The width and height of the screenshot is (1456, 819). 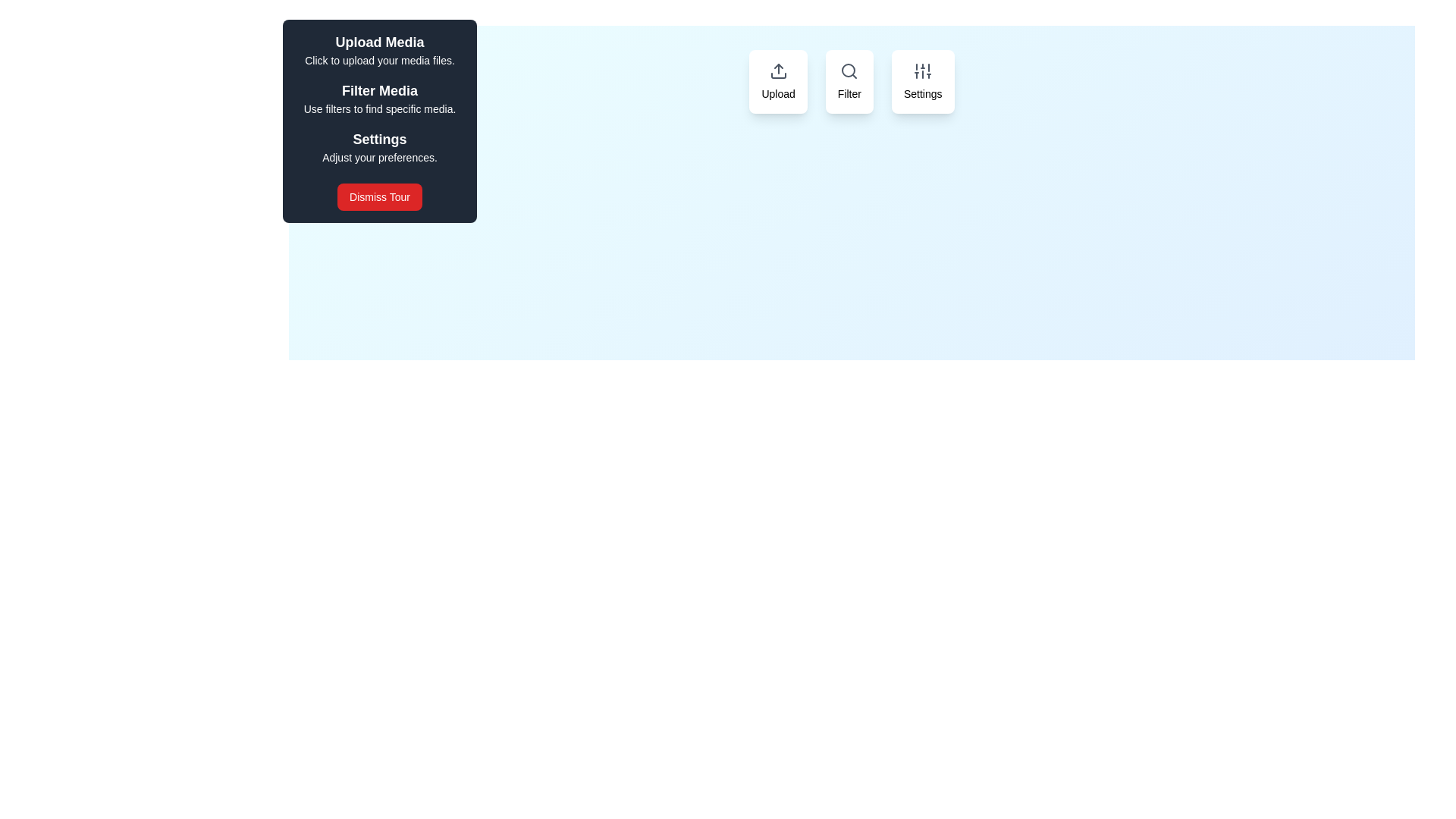 What do you see at coordinates (922, 93) in the screenshot?
I see `'Settings' text label located below the sliders icon in the third card of a horizontal group of three cards` at bounding box center [922, 93].